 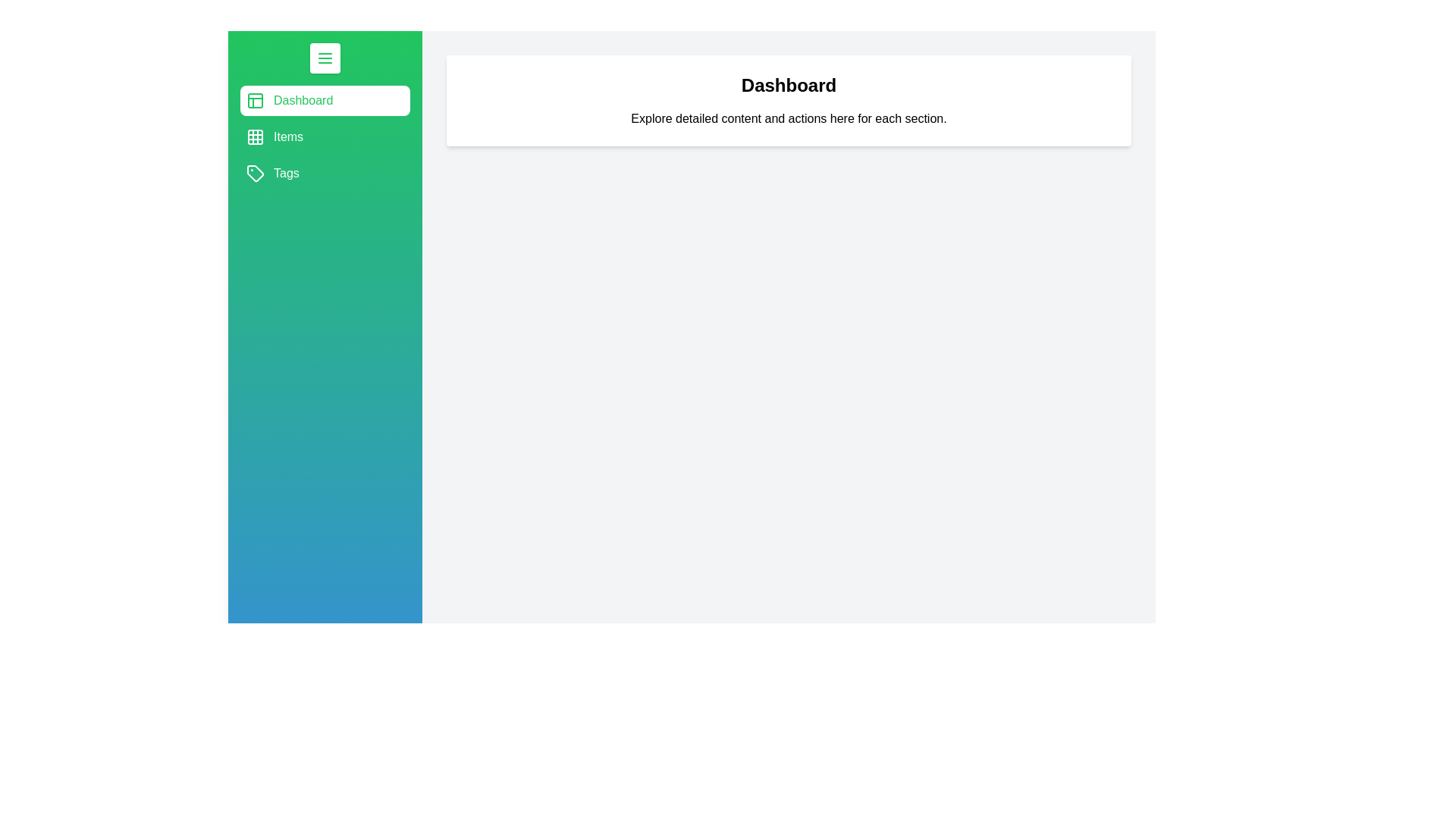 What do you see at coordinates (324, 137) in the screenshot?
I see `the section Items to select it` at bounding box center [324, 137].